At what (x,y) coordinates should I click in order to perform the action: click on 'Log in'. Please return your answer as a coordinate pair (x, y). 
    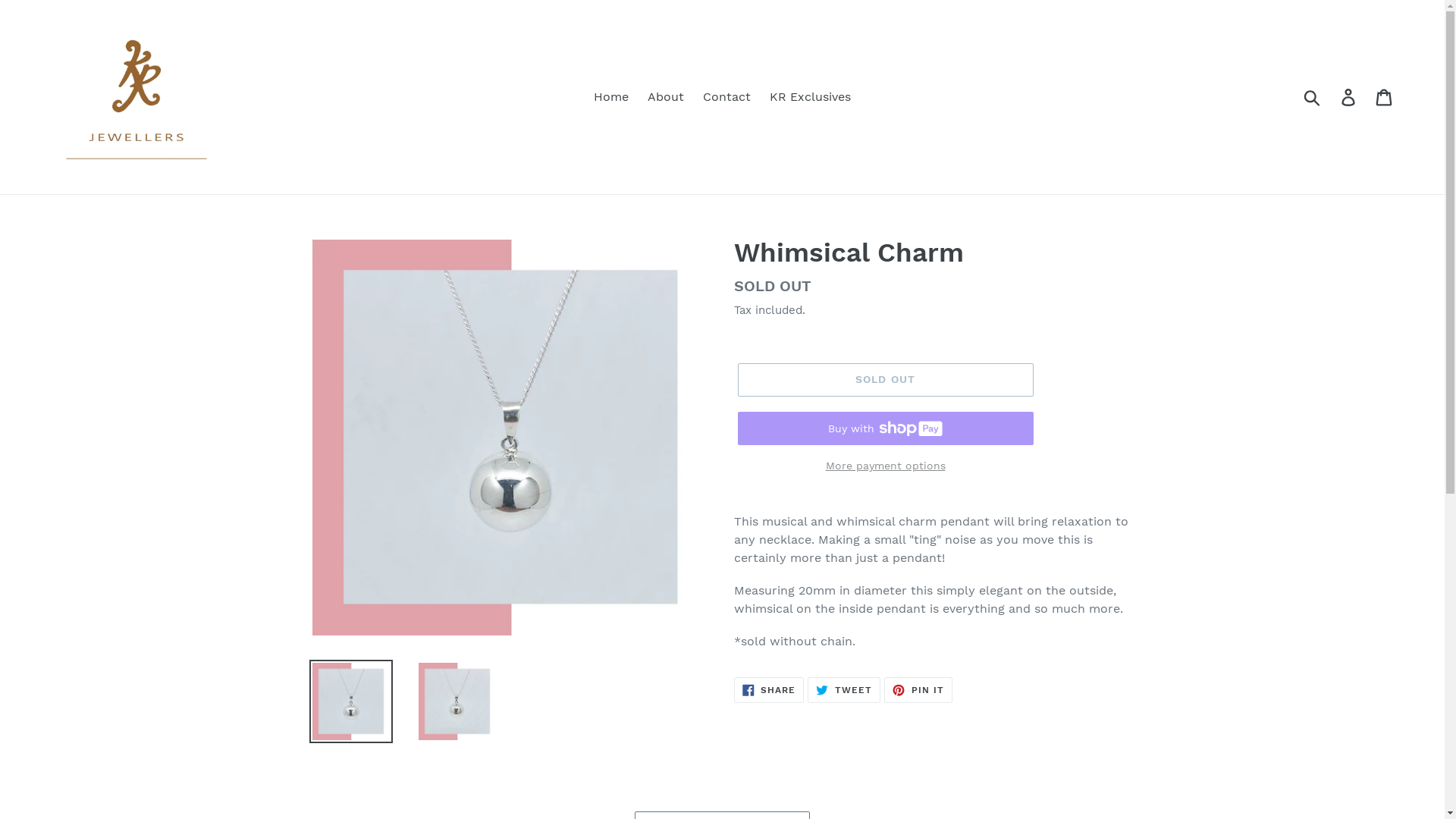
    Looking at the image, I should click on (1349, 97).